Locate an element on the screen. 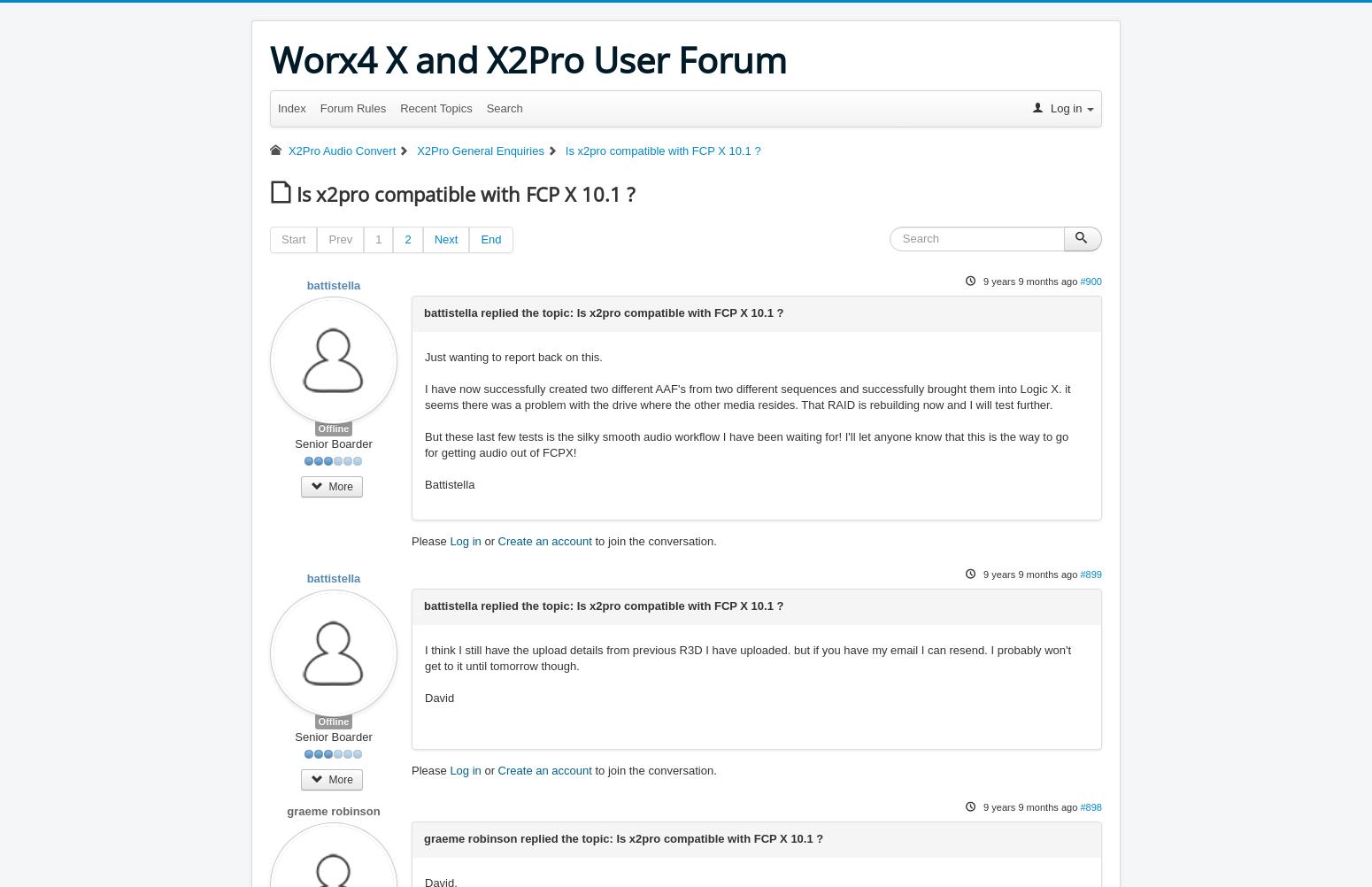  '#900' is located at coordinates (1091, 281).